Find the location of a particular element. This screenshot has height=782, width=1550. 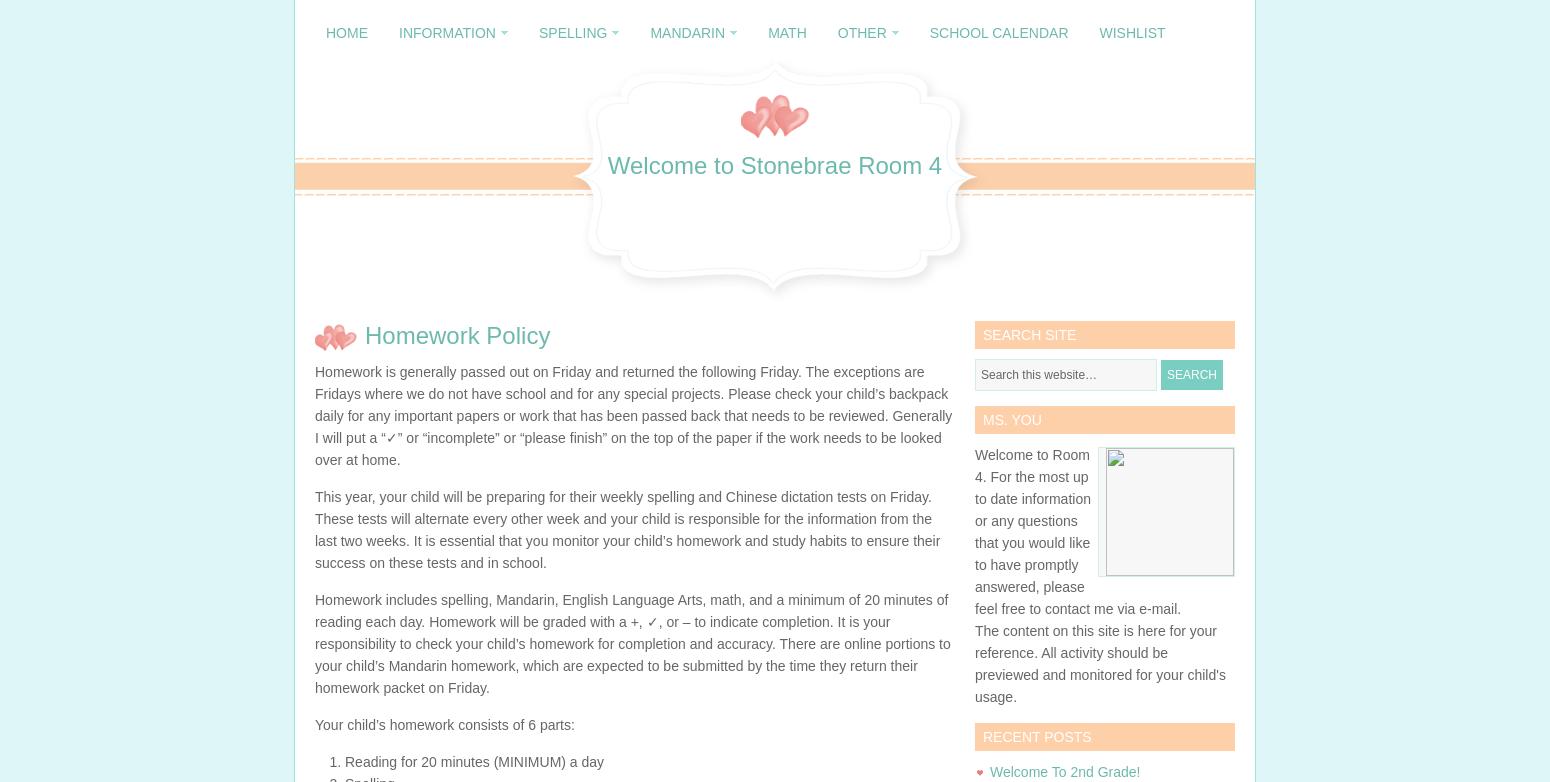

'Search Site' is located at coordinates (1029, 334).